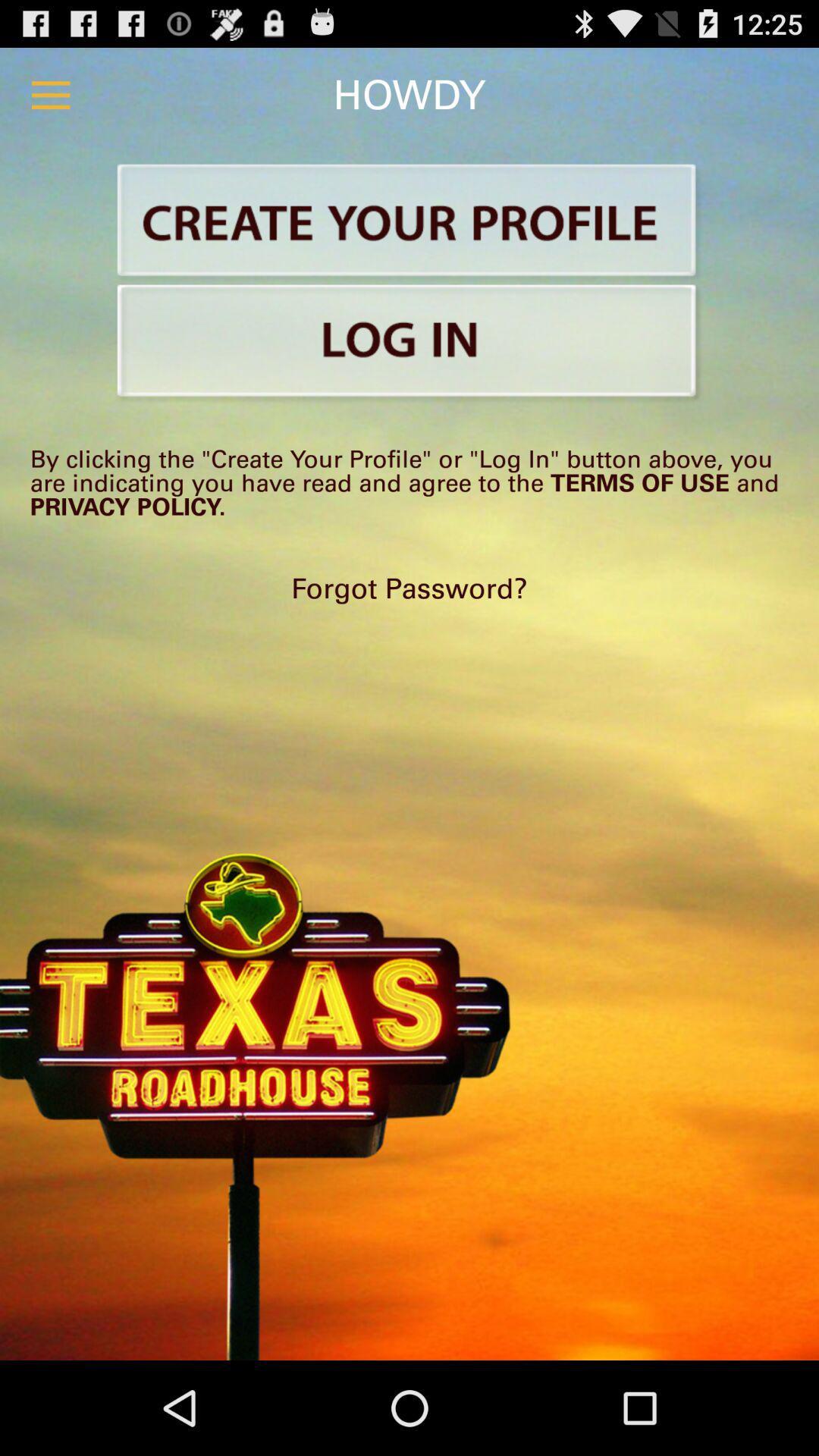 Image resolution: width=819 pixels, height=1456 pixels. Describe the element at coordinates (409, 222) in the screenshot. I see `create your profile` at that location.